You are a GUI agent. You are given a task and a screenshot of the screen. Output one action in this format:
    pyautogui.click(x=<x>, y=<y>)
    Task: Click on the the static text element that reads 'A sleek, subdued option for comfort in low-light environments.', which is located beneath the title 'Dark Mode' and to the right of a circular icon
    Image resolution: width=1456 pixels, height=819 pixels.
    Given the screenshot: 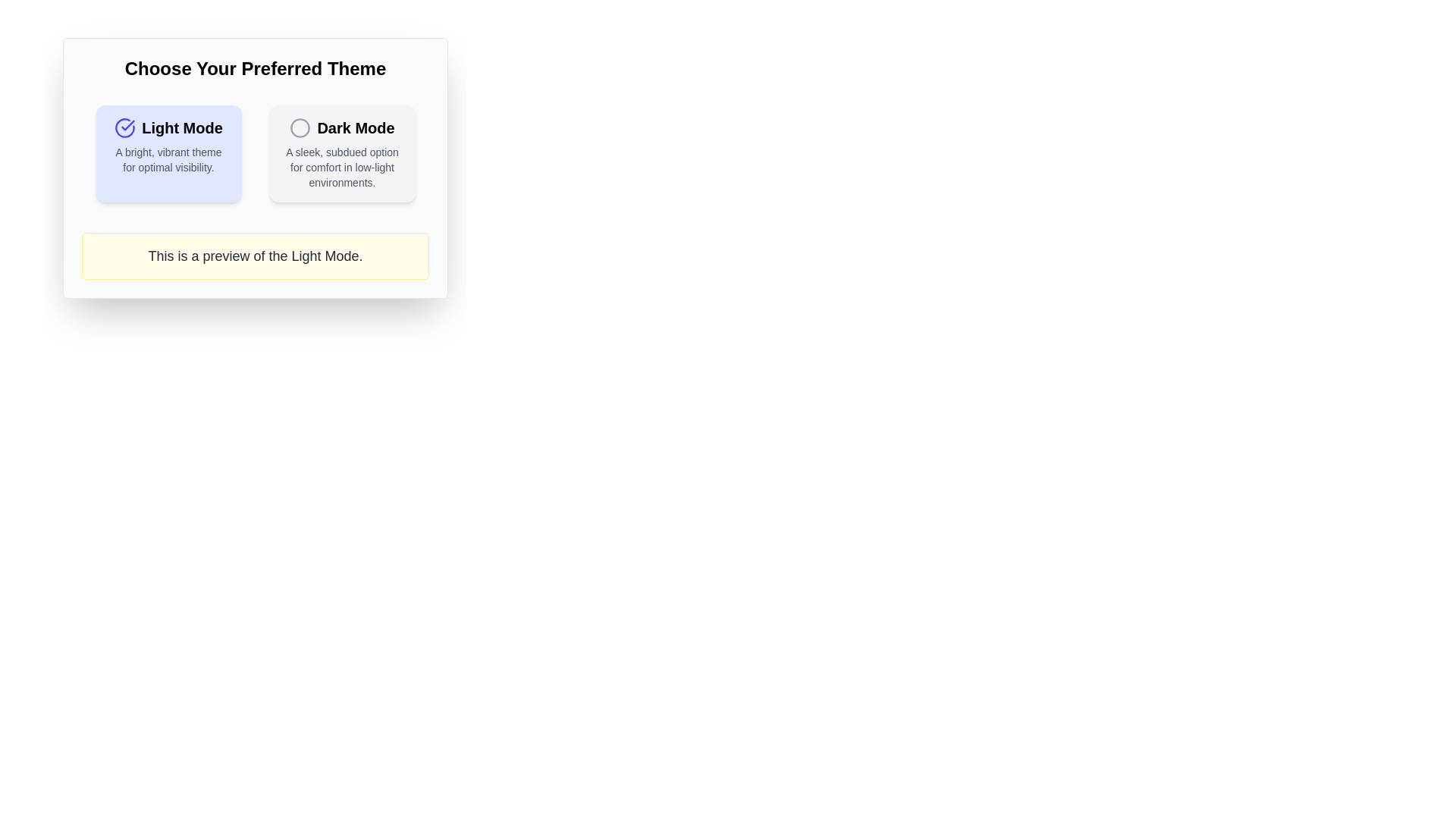 What is the action you would take?
    pyautogui.click(x=341, y=167)
    